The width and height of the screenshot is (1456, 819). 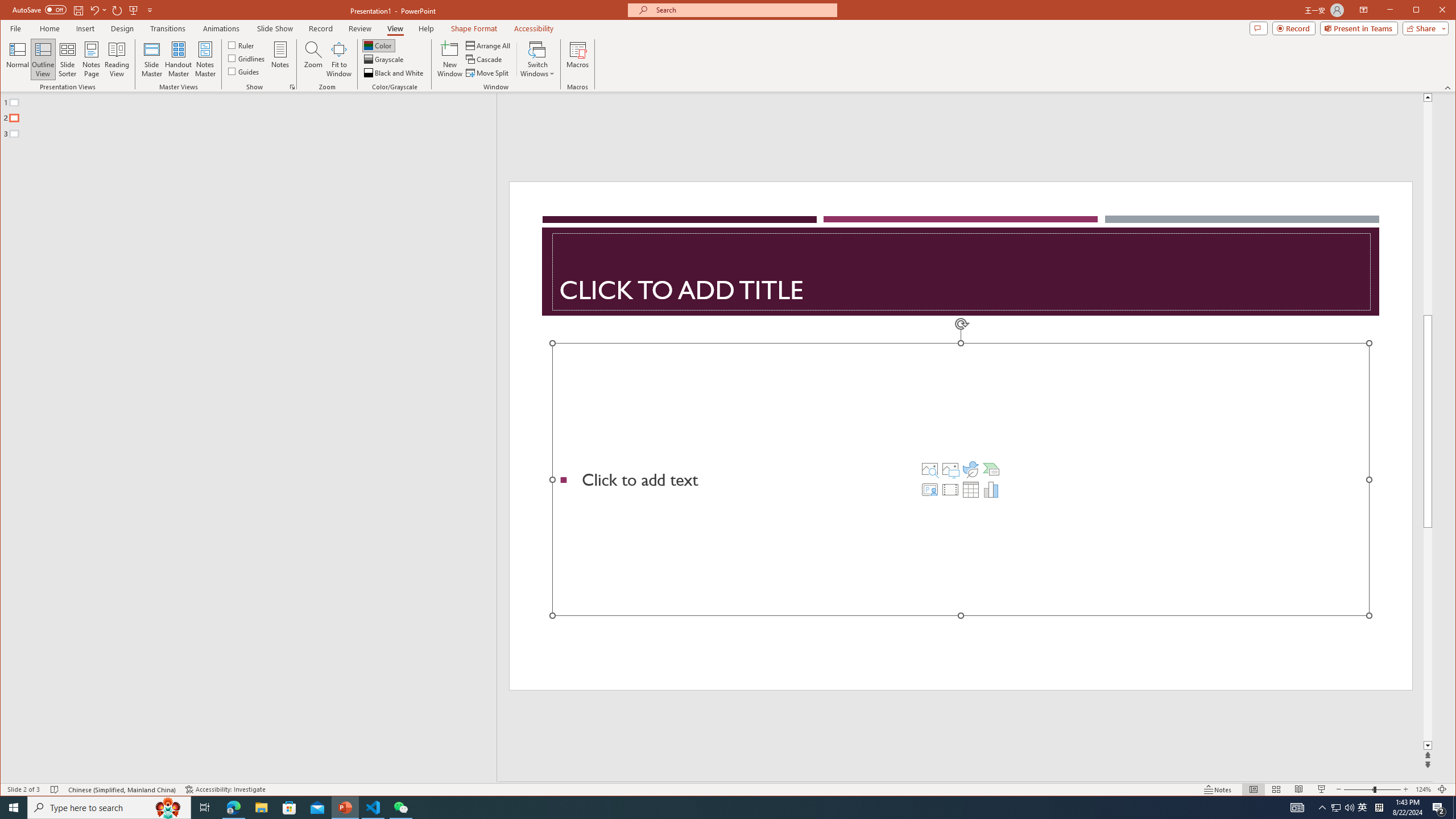 I want to click on 'Share', so click(x=1423, y=28).